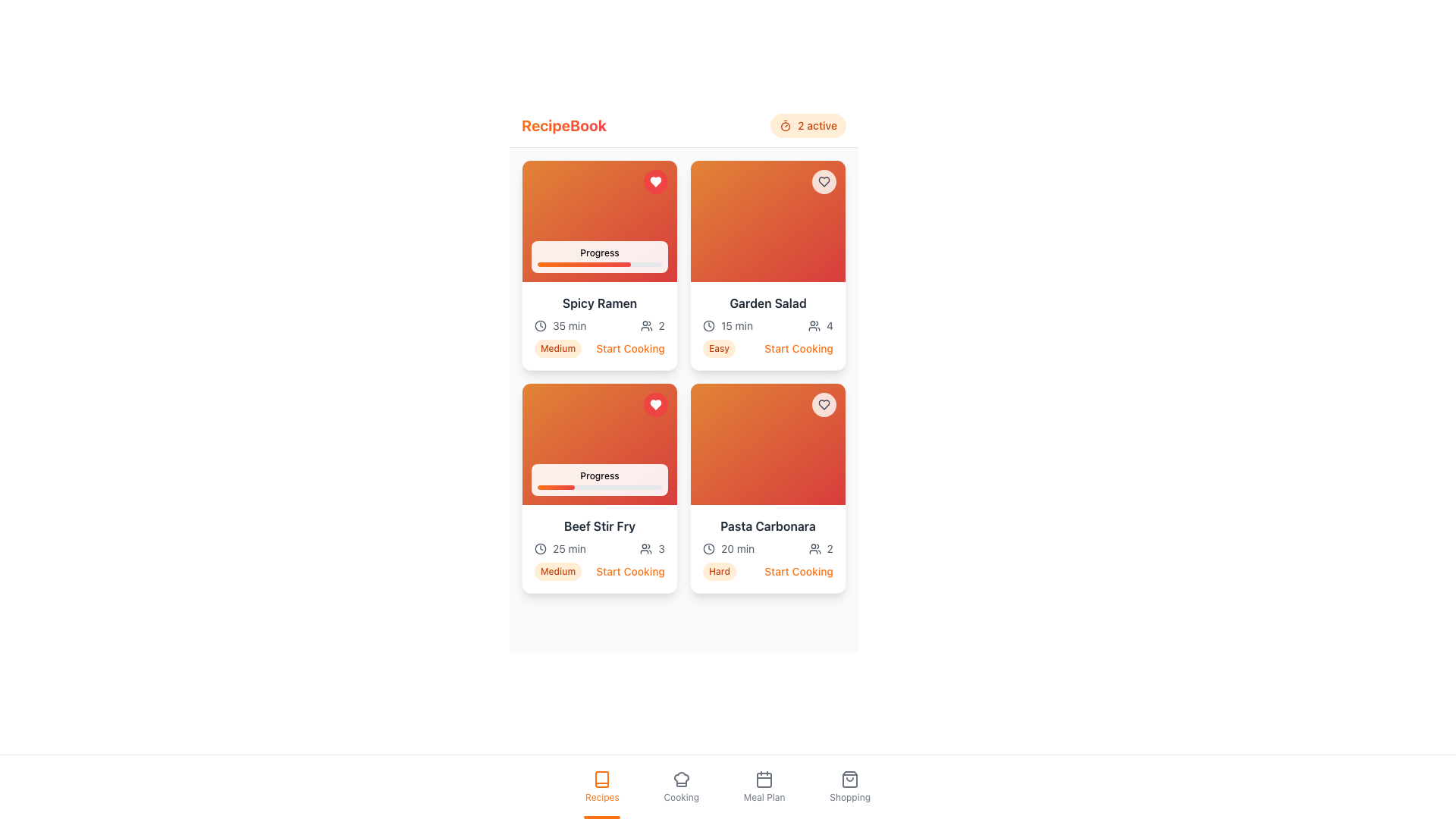  I want to click on the text label that displays '2 active' within an orange-tinted badge, located in the top right area of the interface next to a timer icon, so click(817, 124).